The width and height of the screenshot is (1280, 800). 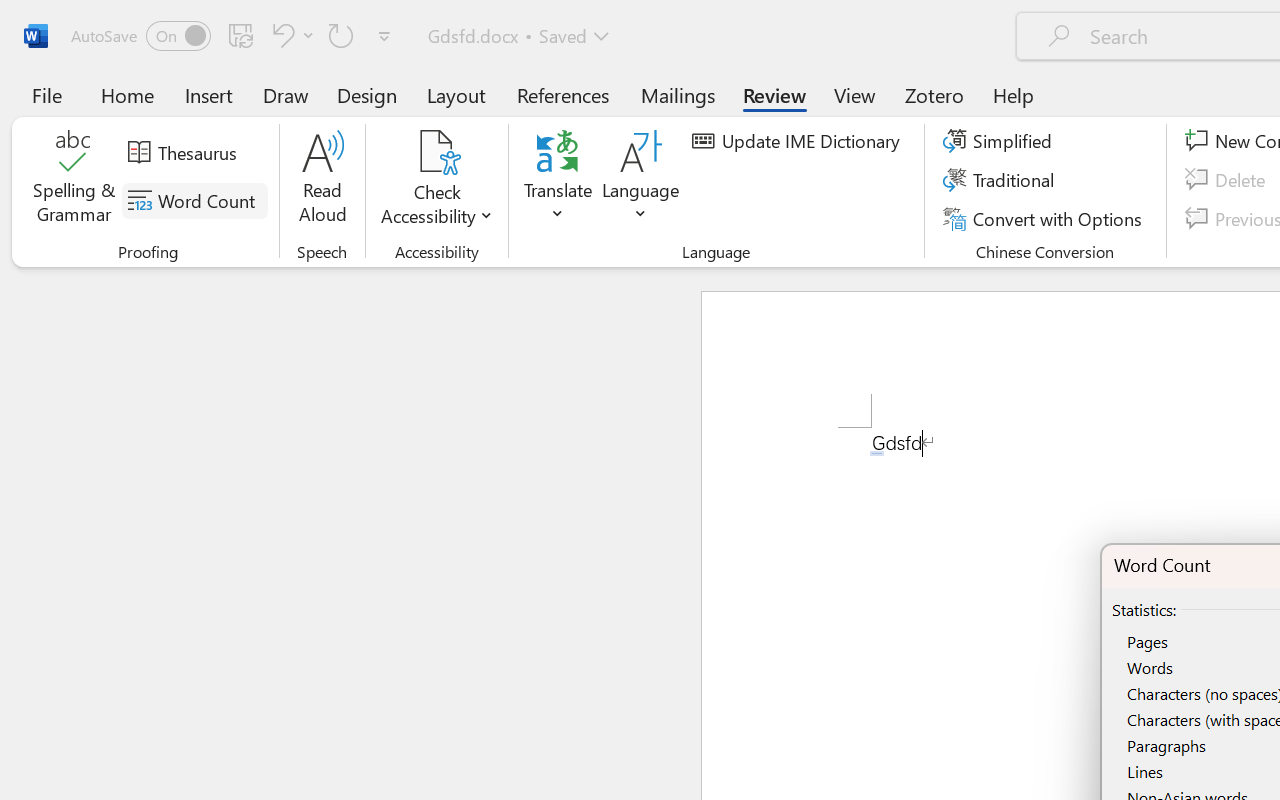 I want to click on 'Language', so click(x=641, y=179).